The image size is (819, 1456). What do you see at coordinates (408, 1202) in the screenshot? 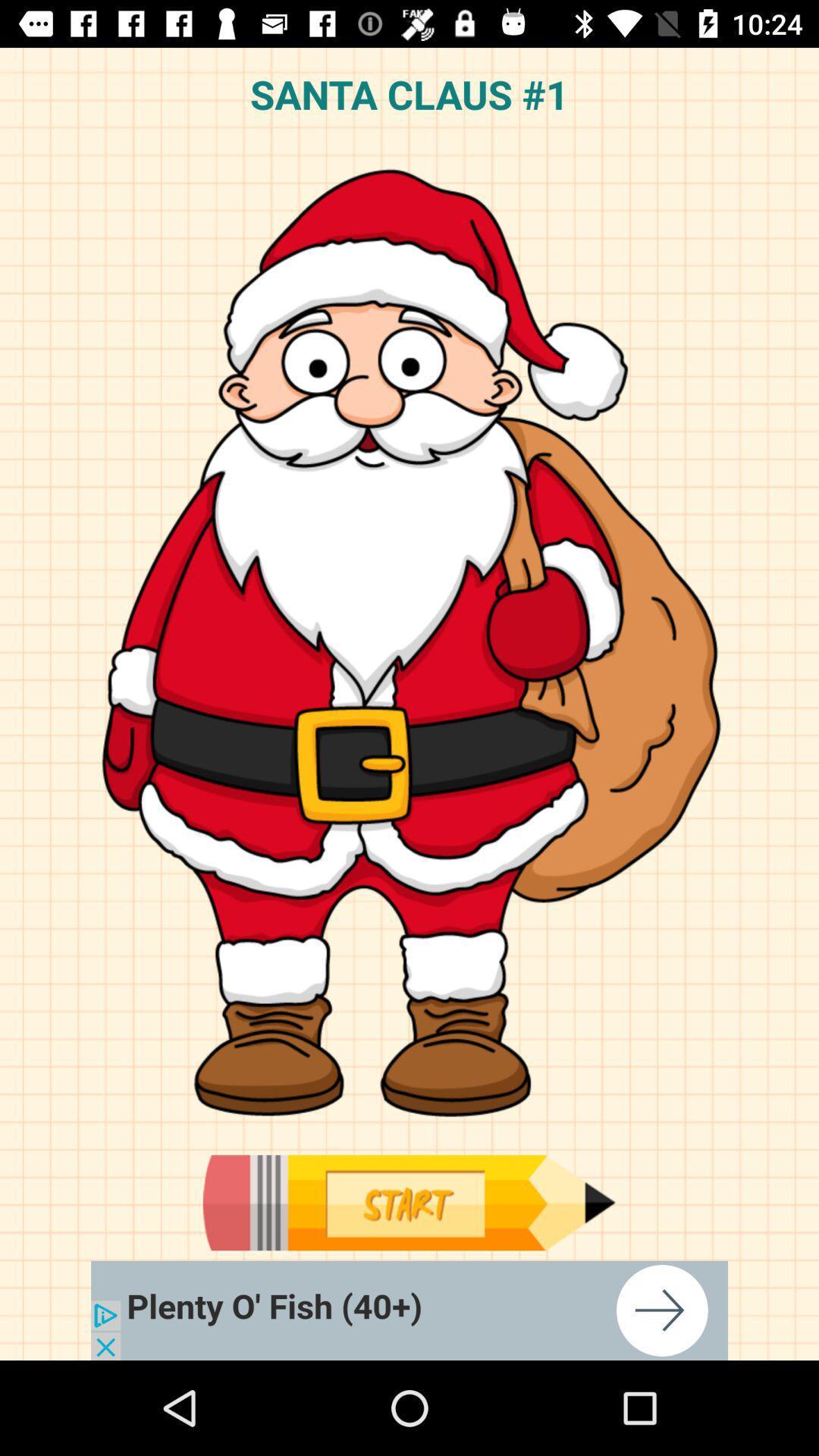
I see `start playing` at bounding box center [408, 1202].